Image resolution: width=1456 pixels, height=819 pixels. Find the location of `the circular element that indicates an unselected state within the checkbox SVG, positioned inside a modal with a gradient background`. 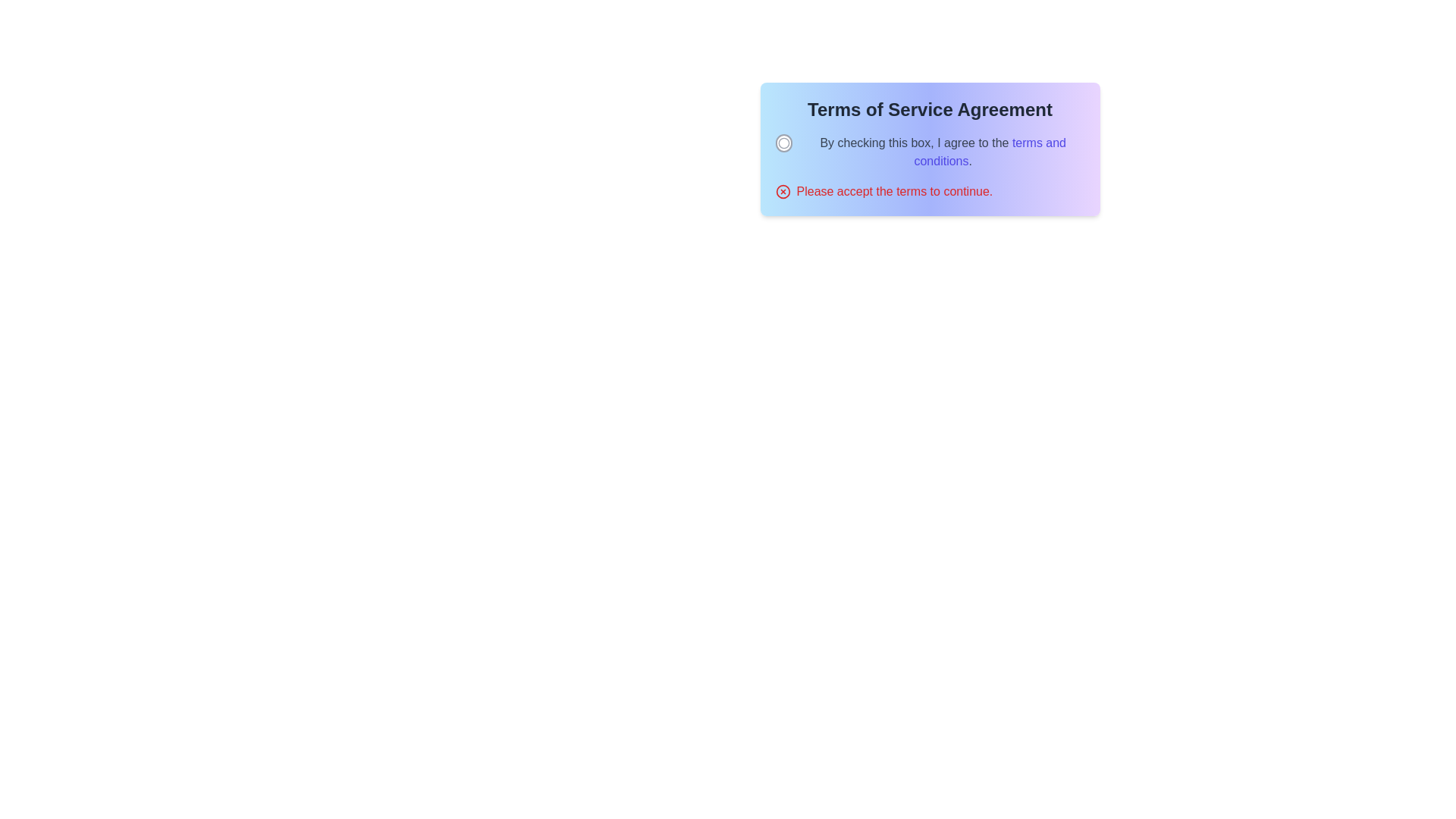

the circular element that indicates an unselected state within the checkbox SVG, positioned inside a modal with a gradient background is located at coordinates (783, 143).